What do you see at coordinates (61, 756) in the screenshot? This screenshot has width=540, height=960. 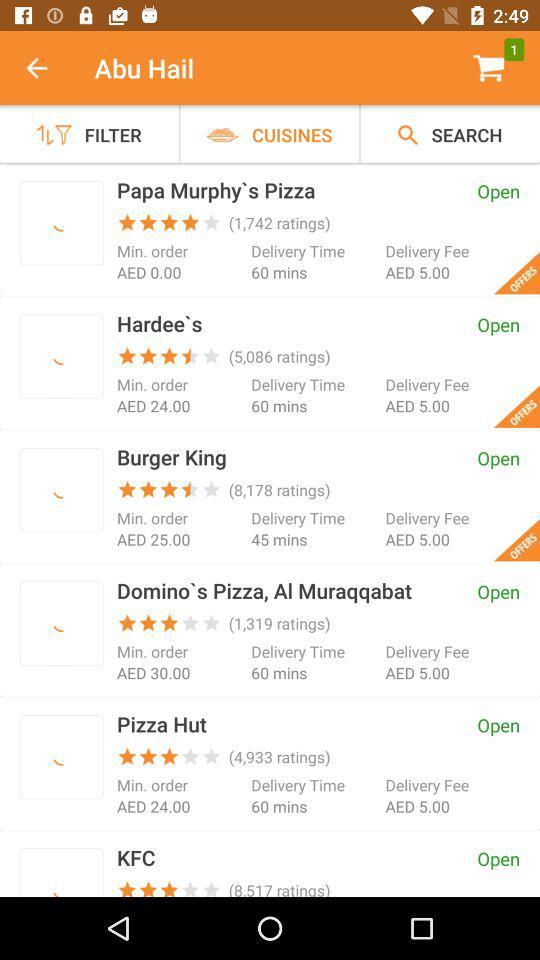 I see `the fast food are very tasty` at bounding box center [61, 756].